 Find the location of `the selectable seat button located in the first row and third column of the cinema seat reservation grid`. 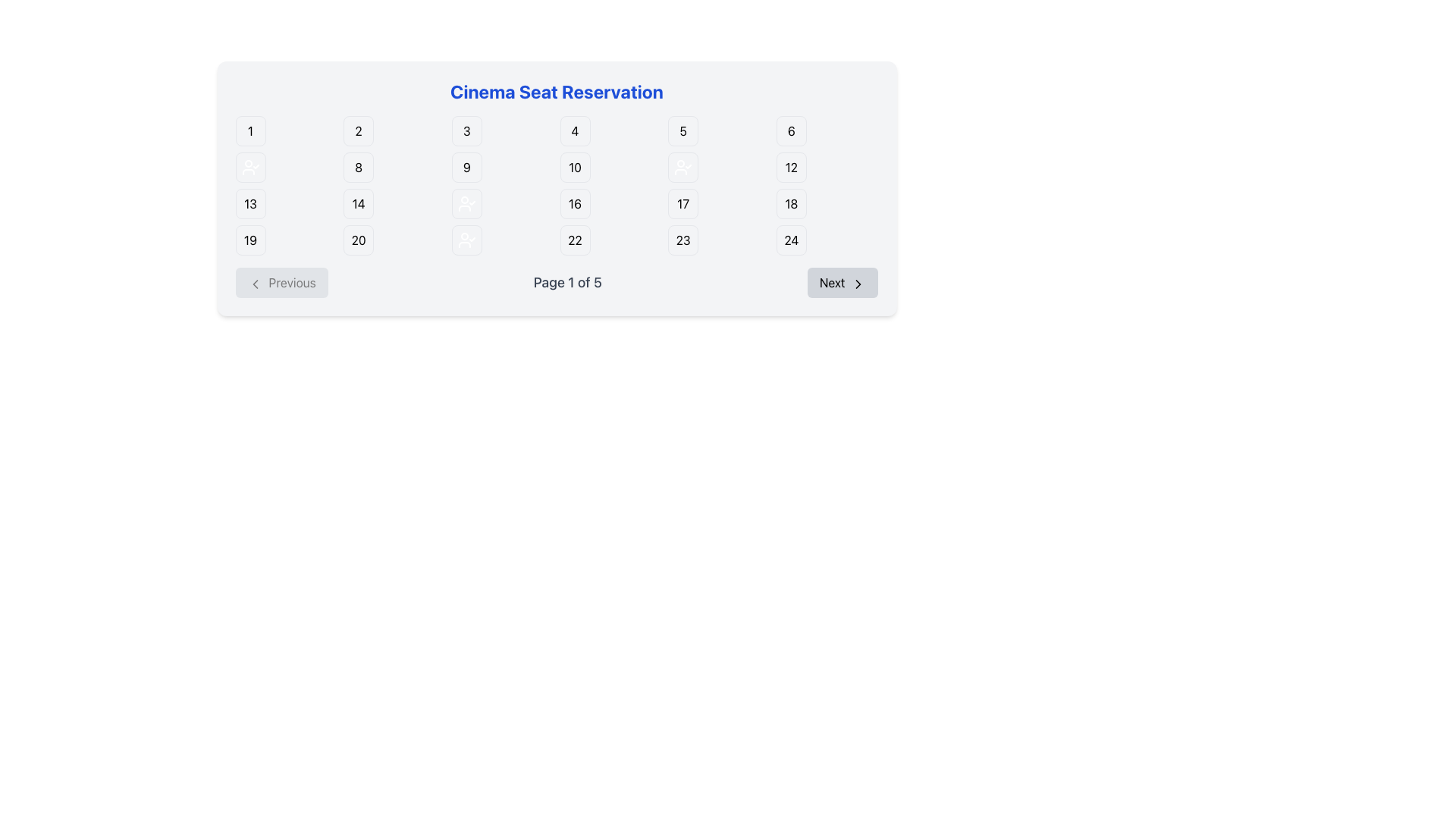

the selectable seat button located in the first row and third column of the cinema seat reservation grid is located at coordinates (466, 130).